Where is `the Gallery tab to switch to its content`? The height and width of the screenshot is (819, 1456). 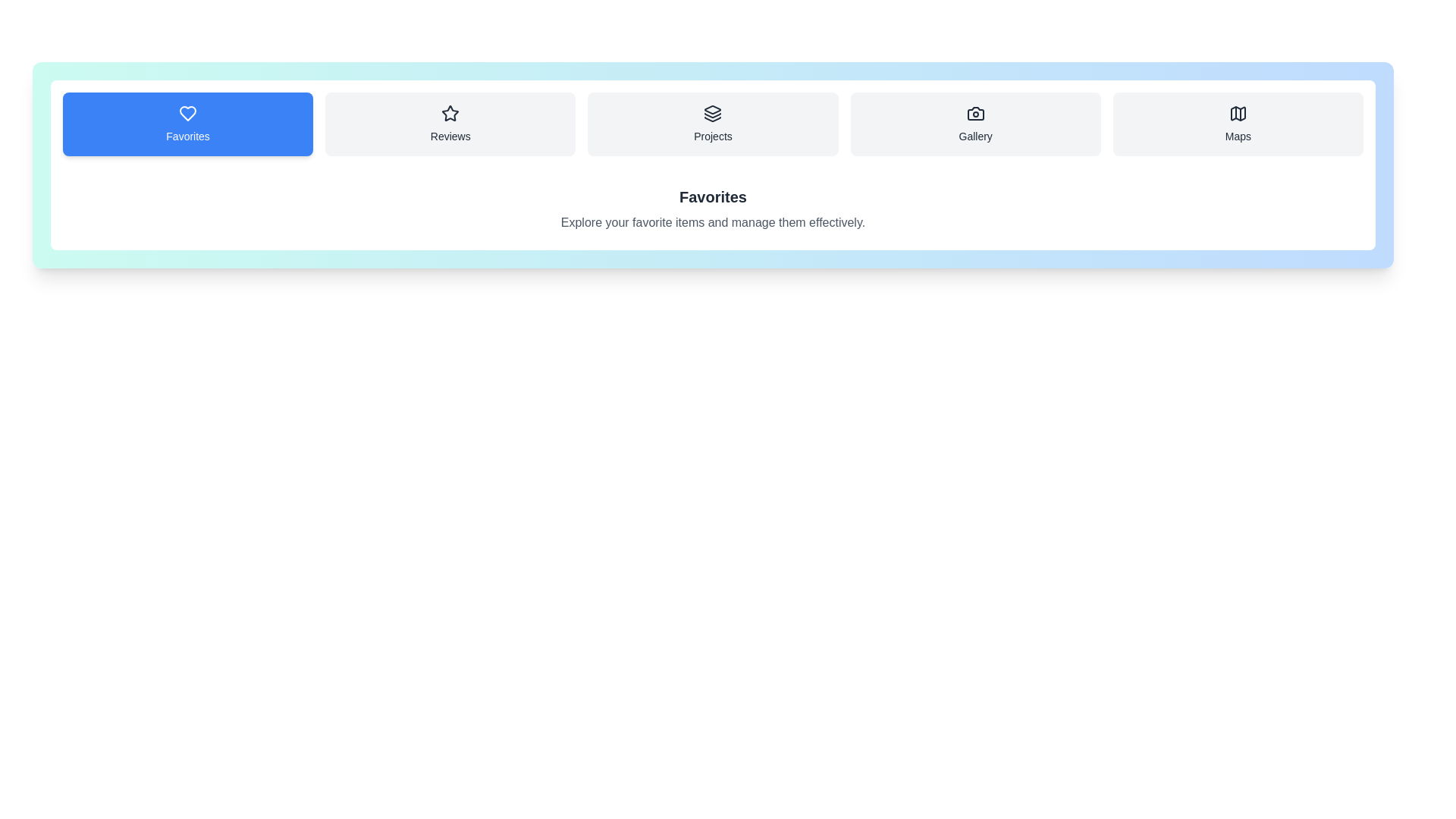 the Gallery tab to switch to its content is located at coordinates (975, 124).